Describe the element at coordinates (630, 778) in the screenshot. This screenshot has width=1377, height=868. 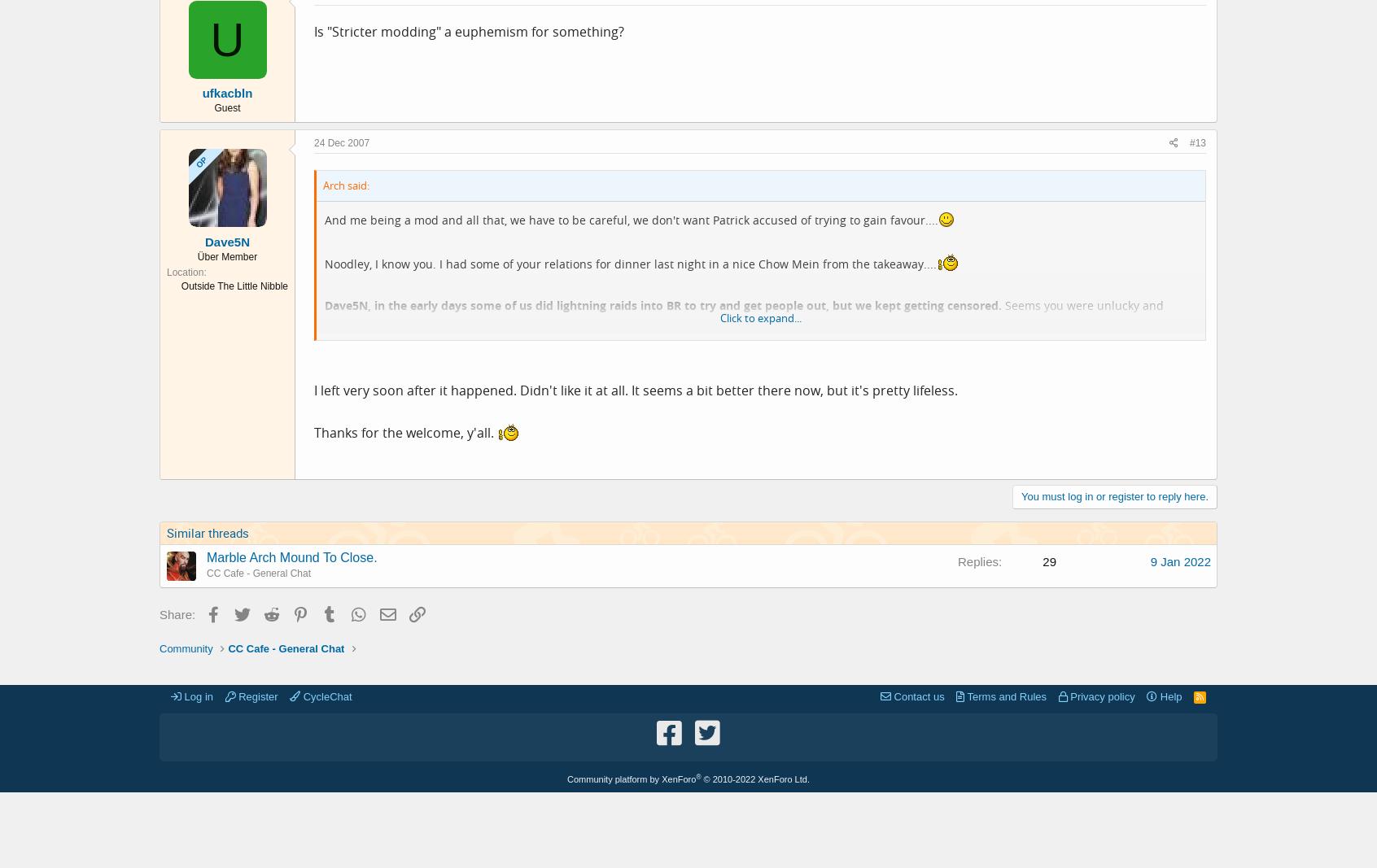
I see `'Community platform by XenForo'` at that location.